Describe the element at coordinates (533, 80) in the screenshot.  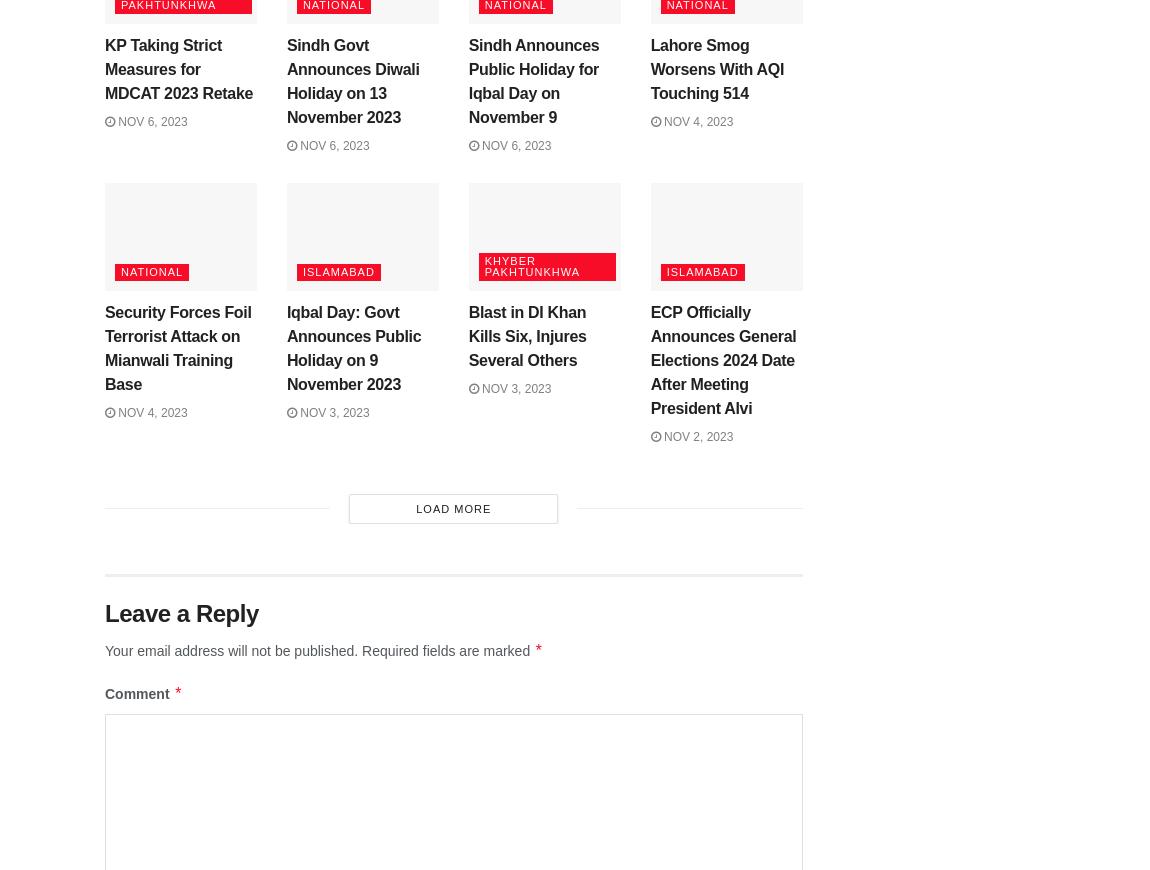
I see `'Sindh Announces Public Holiday for Iqbal Day on November 9'` at that location.